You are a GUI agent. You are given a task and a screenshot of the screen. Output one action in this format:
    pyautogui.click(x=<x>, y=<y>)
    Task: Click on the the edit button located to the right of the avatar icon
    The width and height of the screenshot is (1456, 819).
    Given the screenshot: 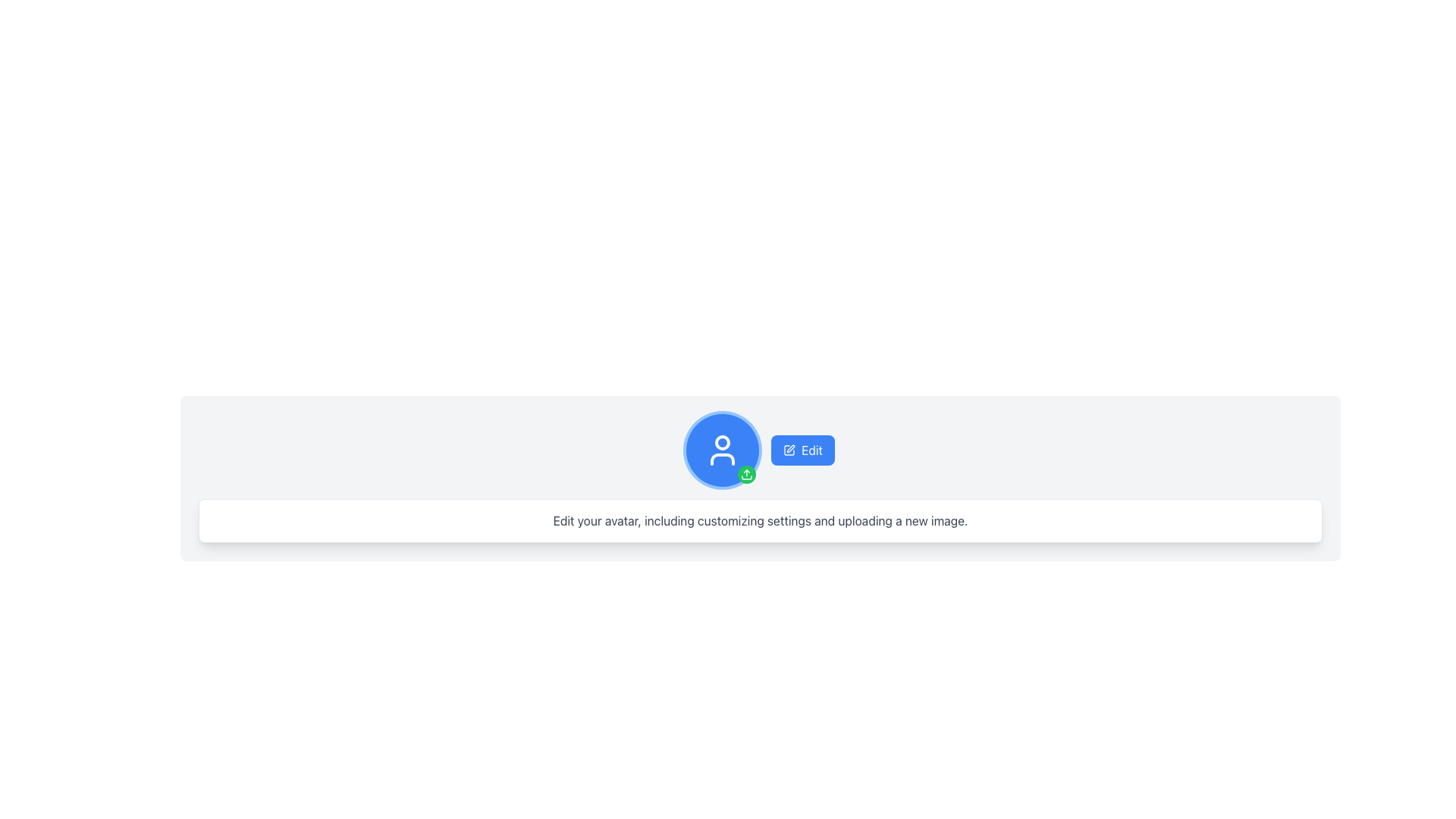 What is the action you would take?
    pyautogui.click(x=802, y=450)
    